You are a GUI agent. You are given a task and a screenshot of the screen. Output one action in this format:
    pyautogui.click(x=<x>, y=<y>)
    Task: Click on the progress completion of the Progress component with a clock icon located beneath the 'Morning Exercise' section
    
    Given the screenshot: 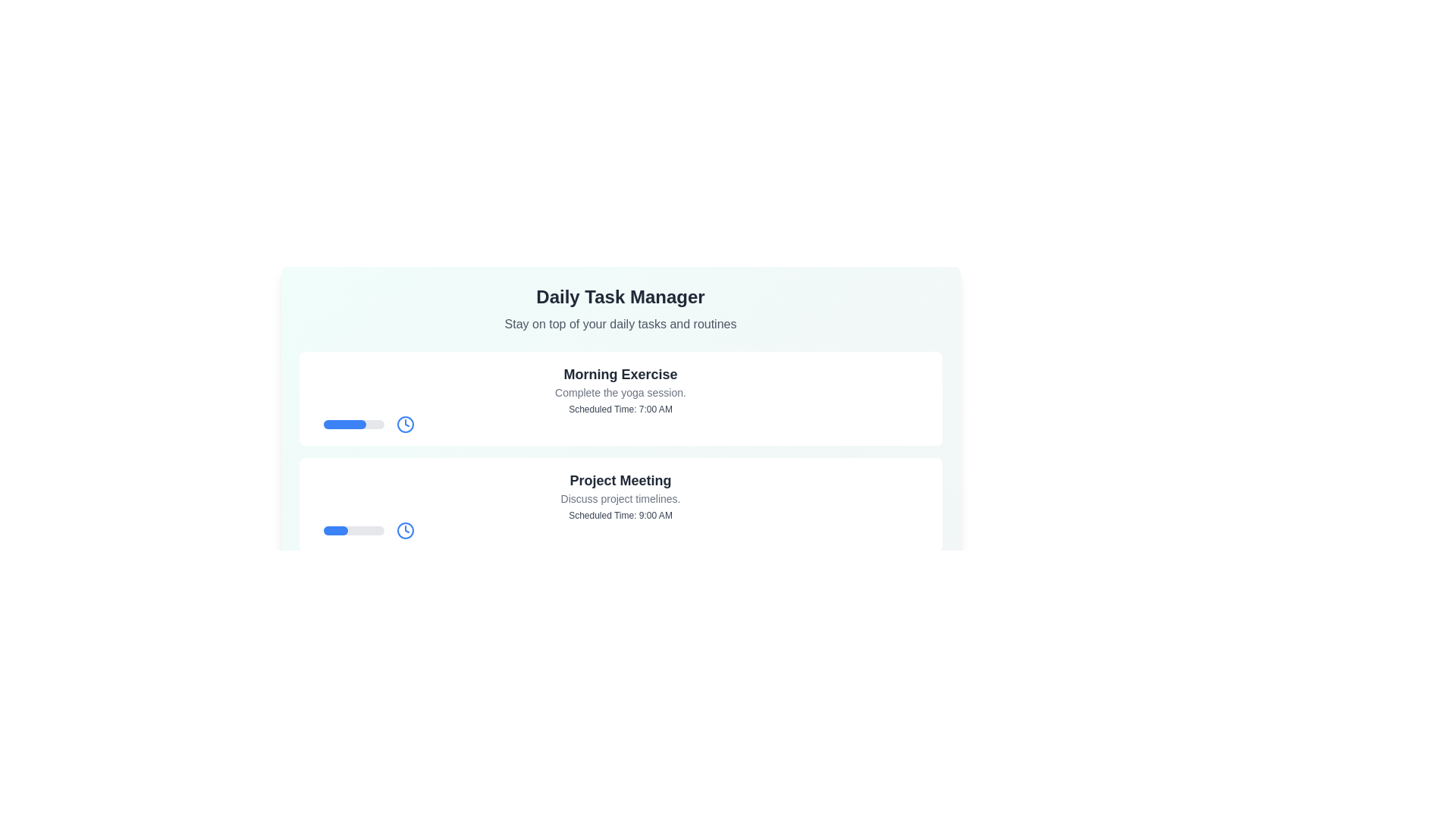 What is the action you would take?
    pyautogui.click(x=626, y=424)
    